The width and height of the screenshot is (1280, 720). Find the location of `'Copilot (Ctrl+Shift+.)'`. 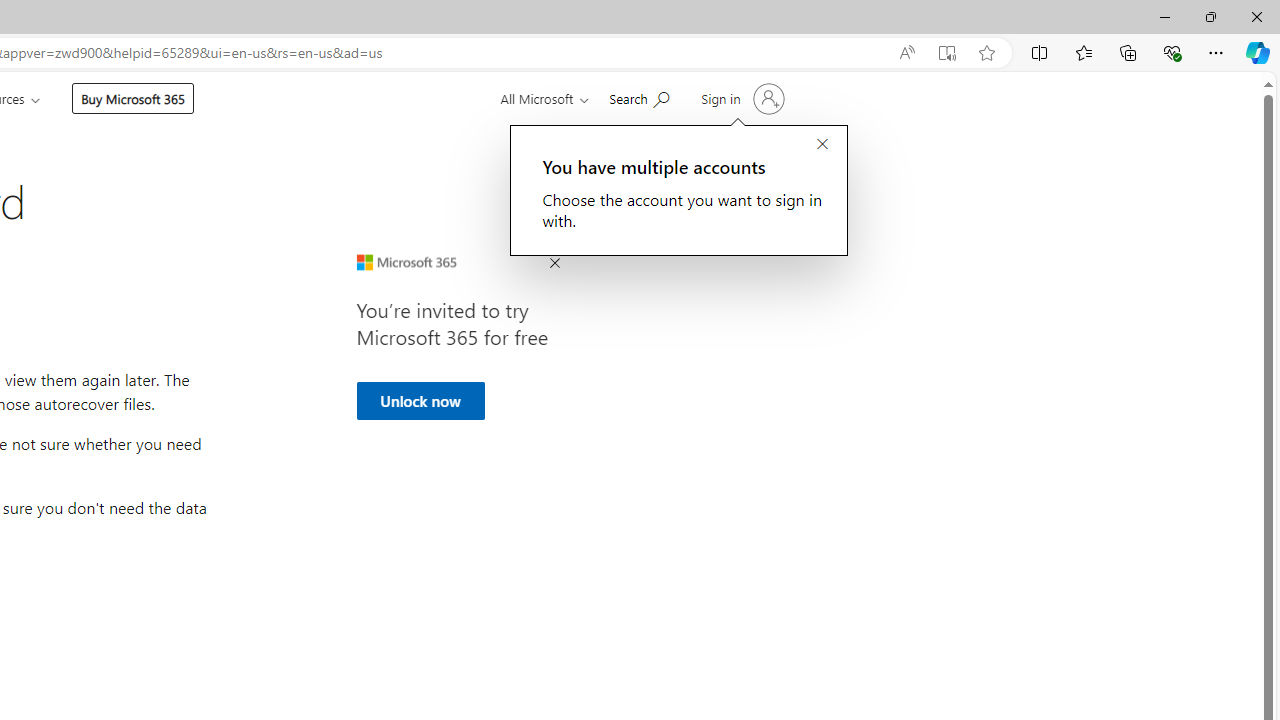

'Copilot (Ctrl+Shift+.)' is located at coordinates (1257, 51).